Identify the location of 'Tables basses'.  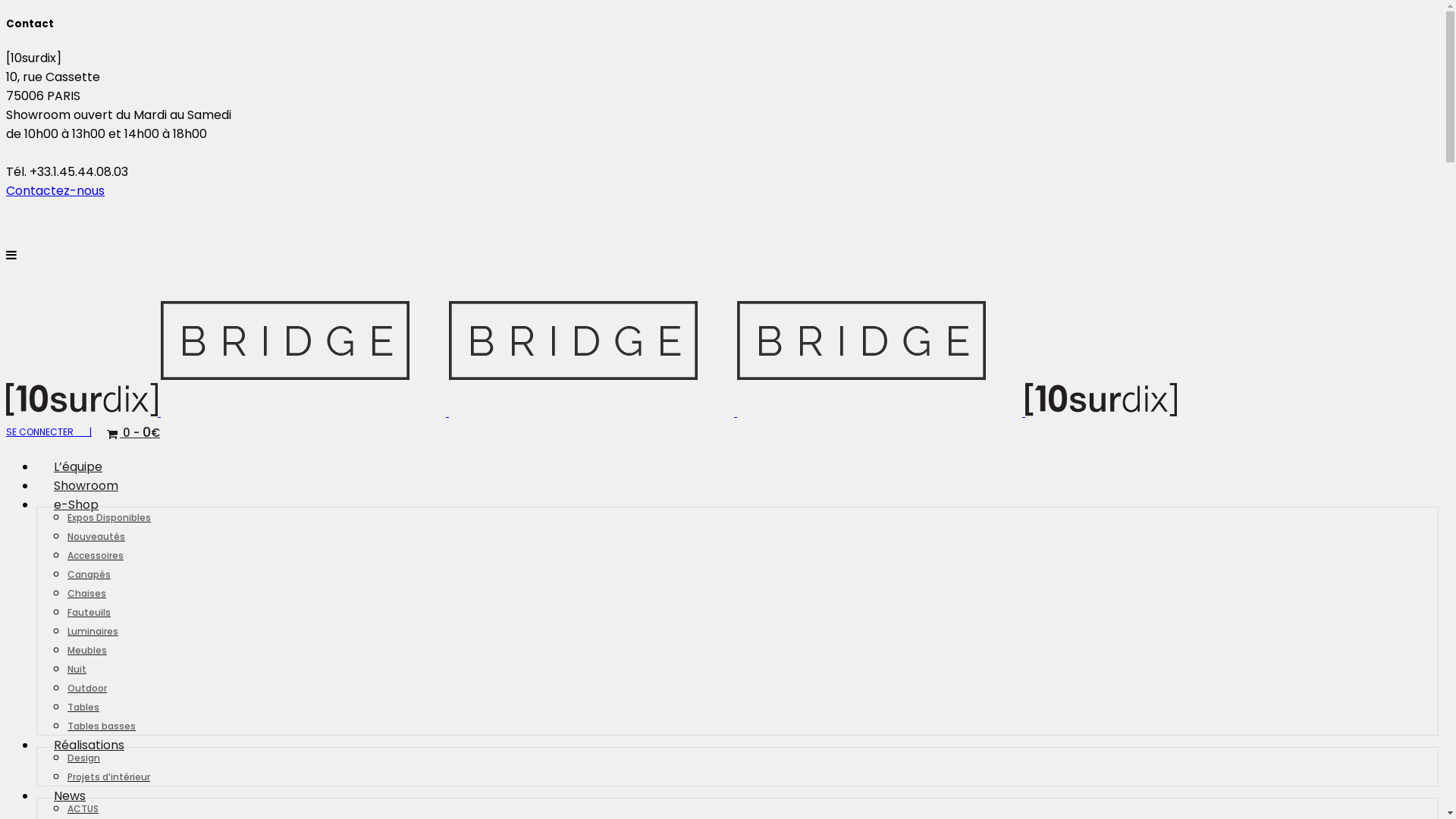
(101, 724).